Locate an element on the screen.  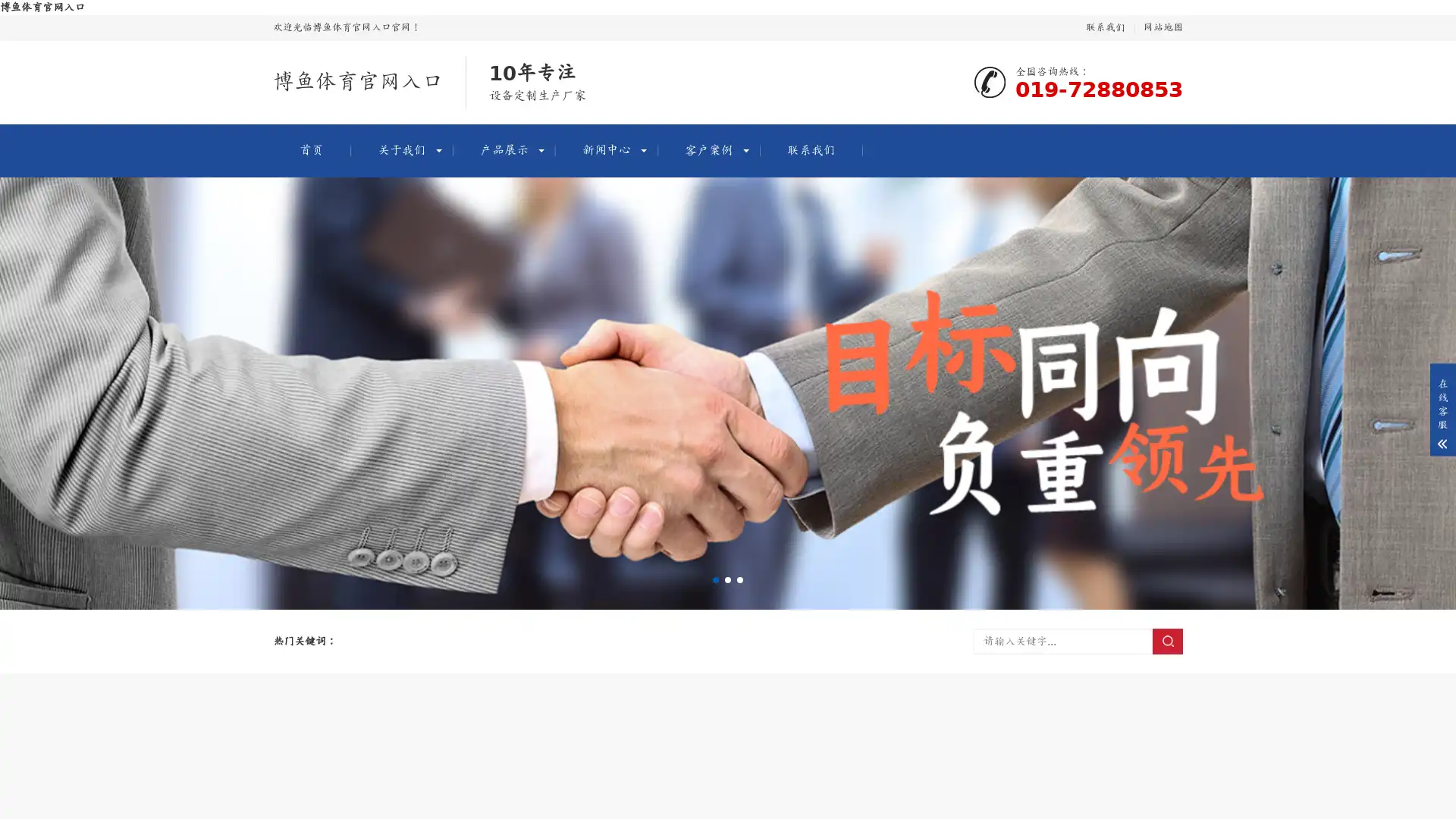
Go to slide 1 is located at coordinates (715, 579).